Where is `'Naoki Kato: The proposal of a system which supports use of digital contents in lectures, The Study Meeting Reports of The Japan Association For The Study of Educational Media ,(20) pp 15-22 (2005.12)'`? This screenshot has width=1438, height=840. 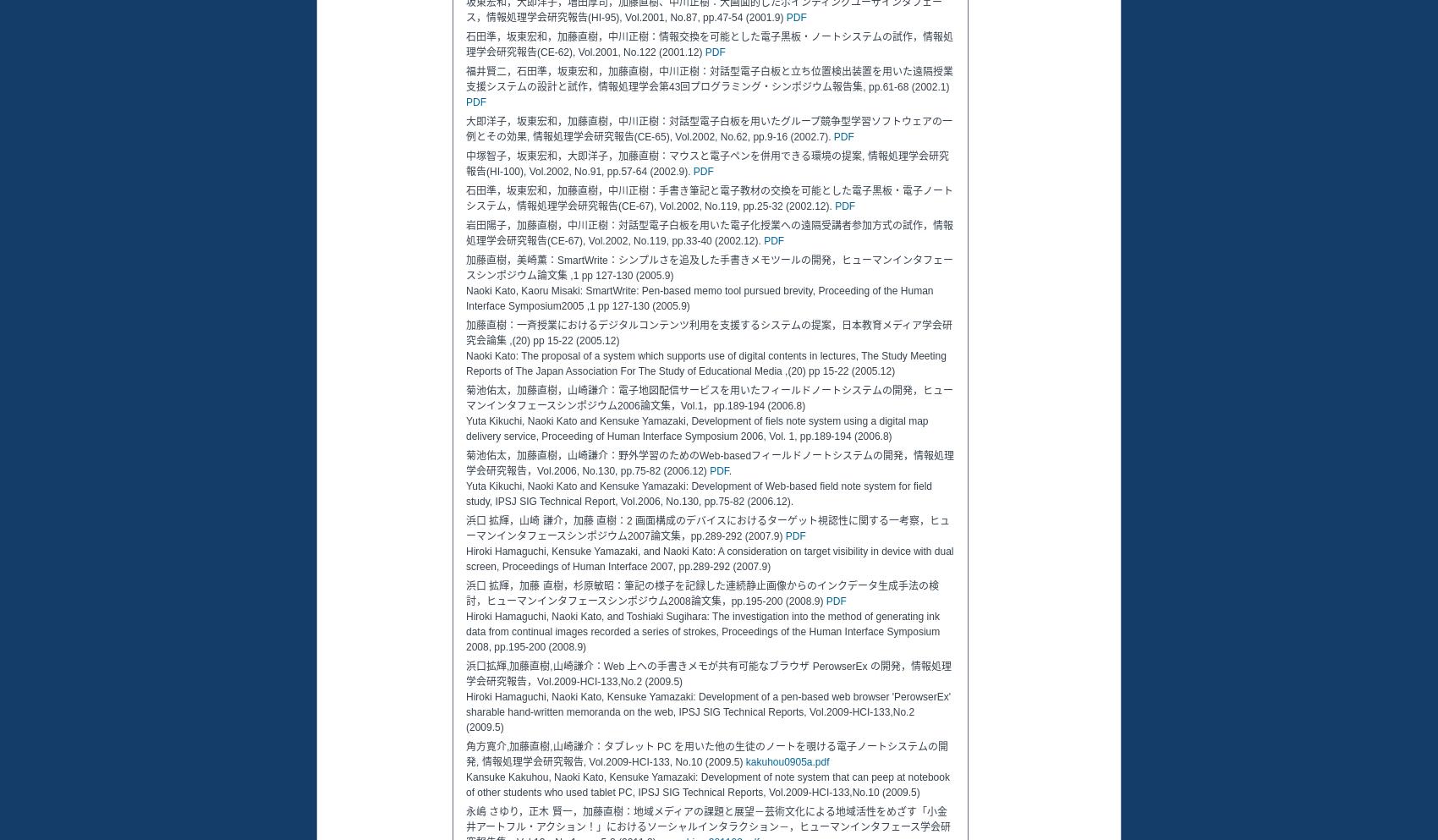
'Naoki Kato: The proposal of a system which supports use of digital contents in lectures, The Study Meeting Reports of The Japan Association For The Study of Educational Media ,(20) pp 15-22 (2005.12)' is located at coordinates (464, 363).